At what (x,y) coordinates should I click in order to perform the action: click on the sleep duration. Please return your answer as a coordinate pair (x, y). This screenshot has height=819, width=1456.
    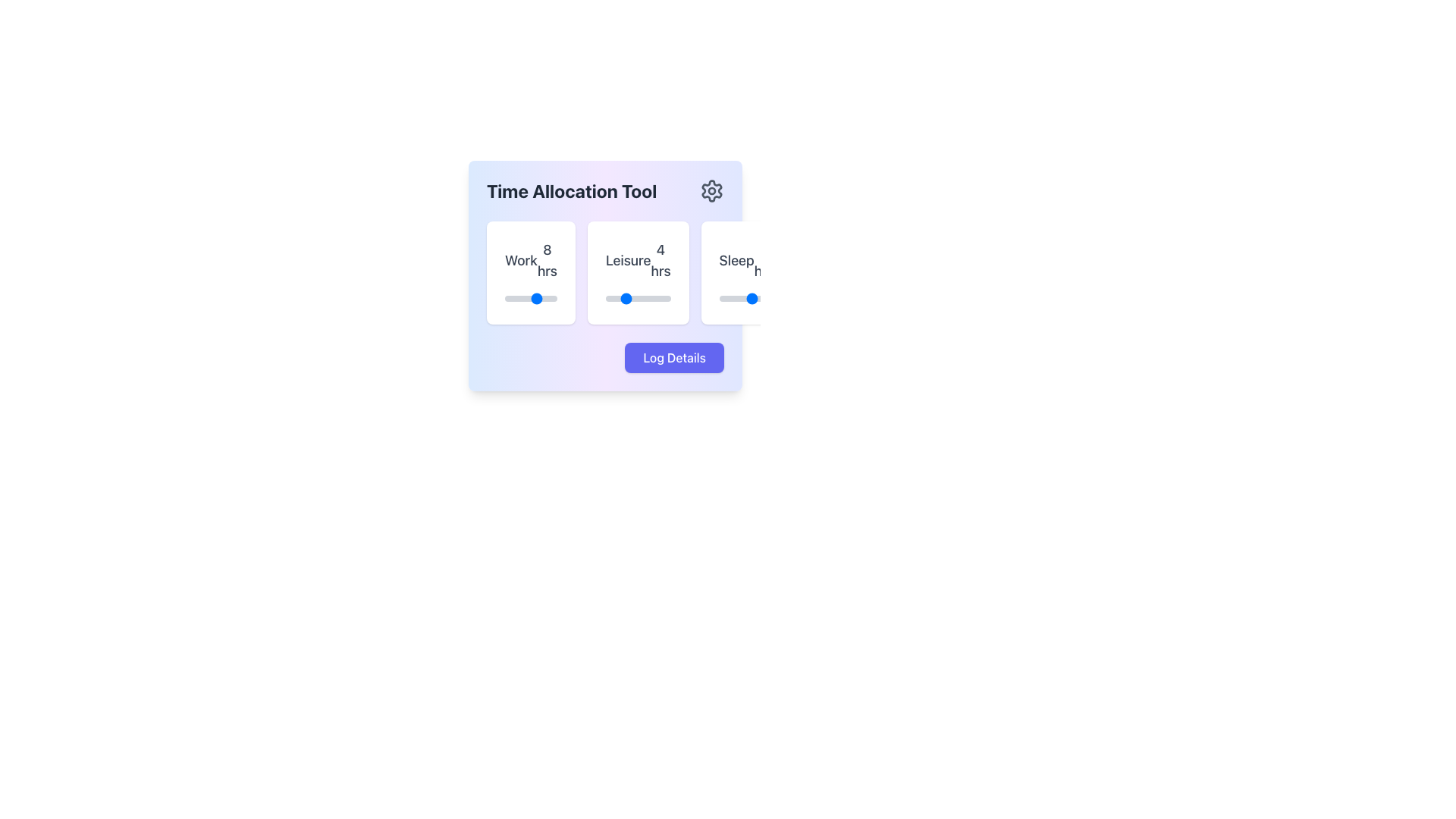
    Looking at the image, I should click on (764, 298).